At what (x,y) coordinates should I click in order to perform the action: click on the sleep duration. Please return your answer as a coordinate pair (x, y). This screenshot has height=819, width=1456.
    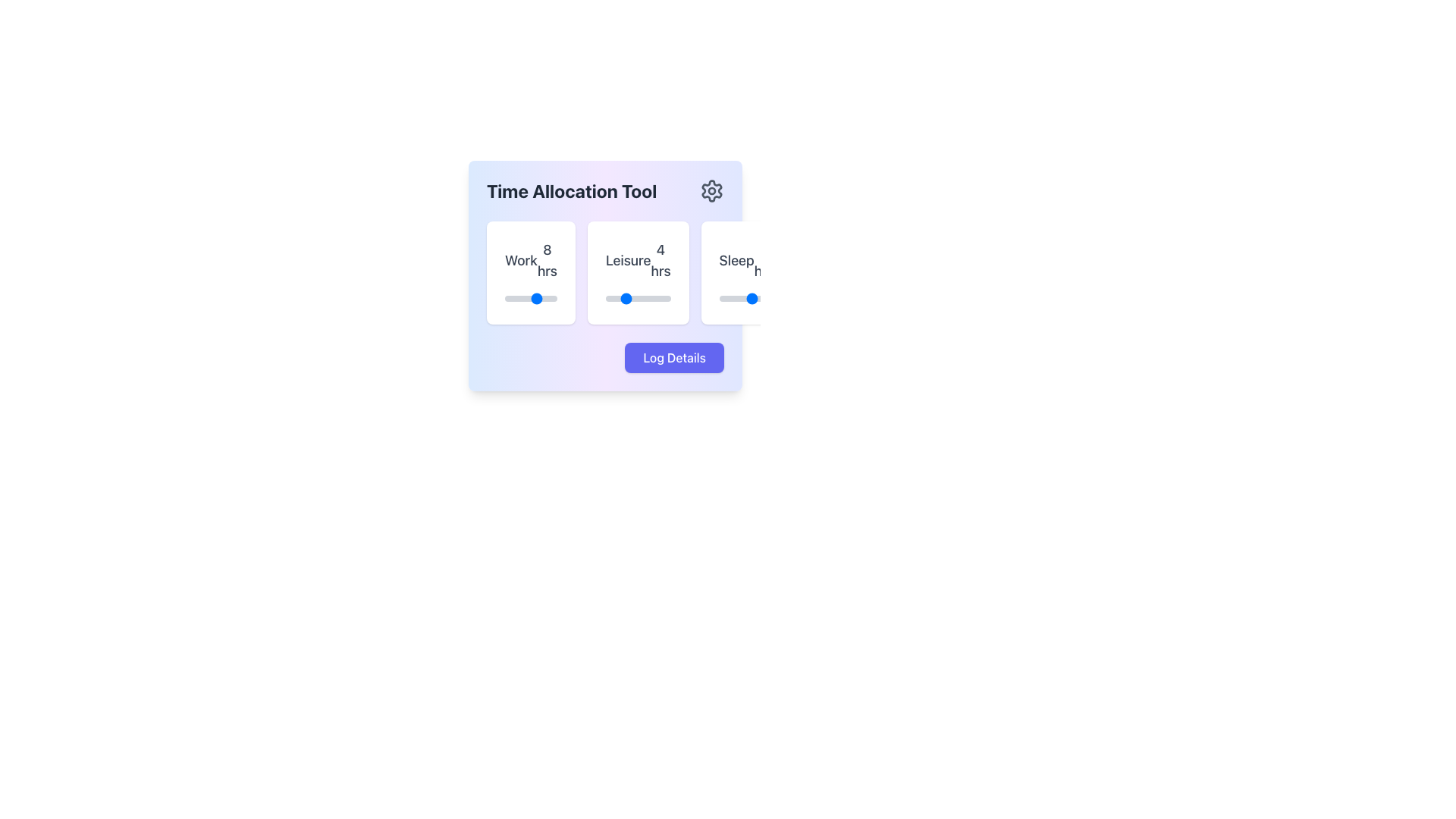
    Looking at the image, I should click on (764, 298).